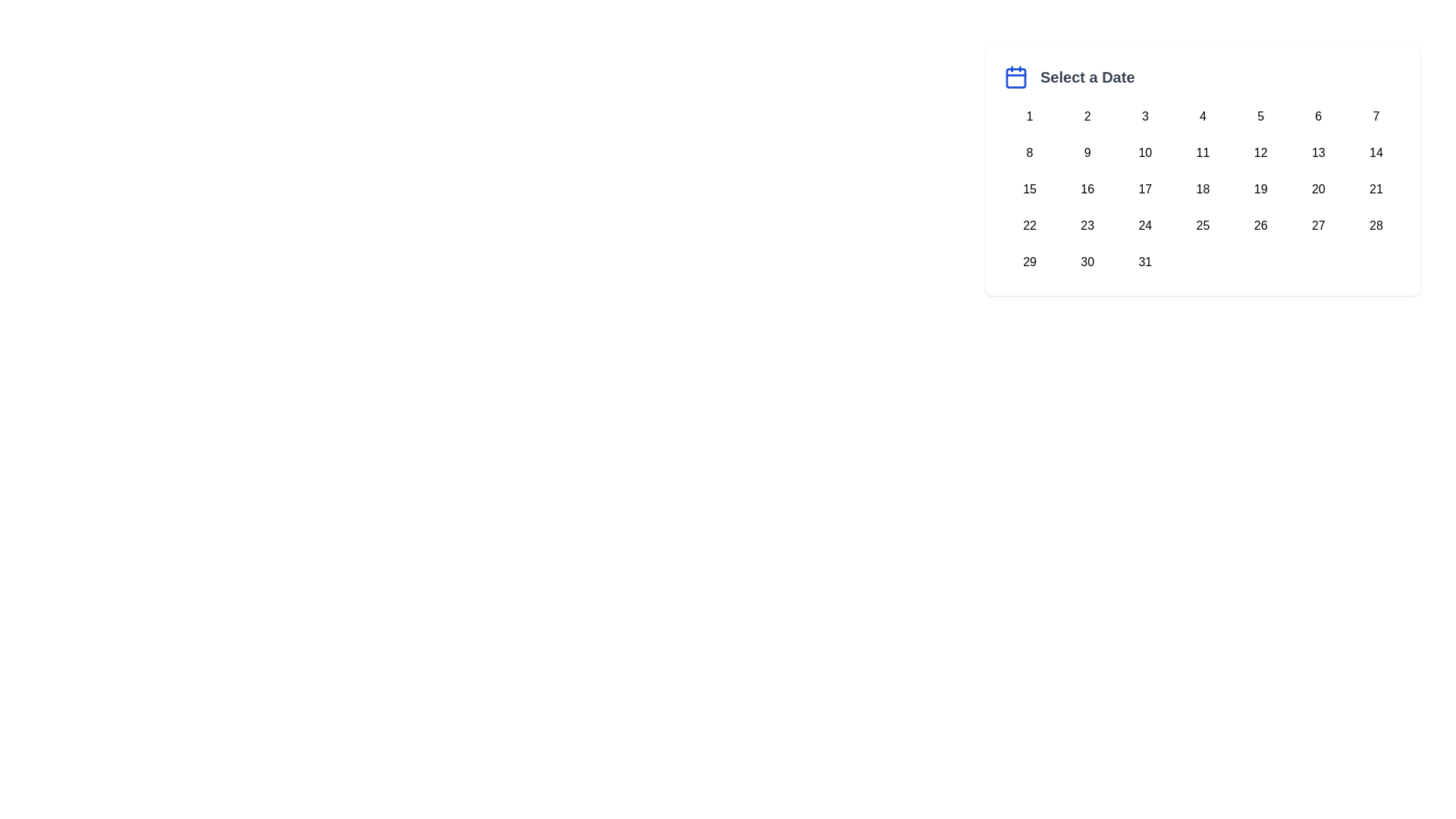 This screenshot has width=1456, height=819. I want to click on the selectable date in the grid displayed under the header 'Select a Date', so click(1202, 189).